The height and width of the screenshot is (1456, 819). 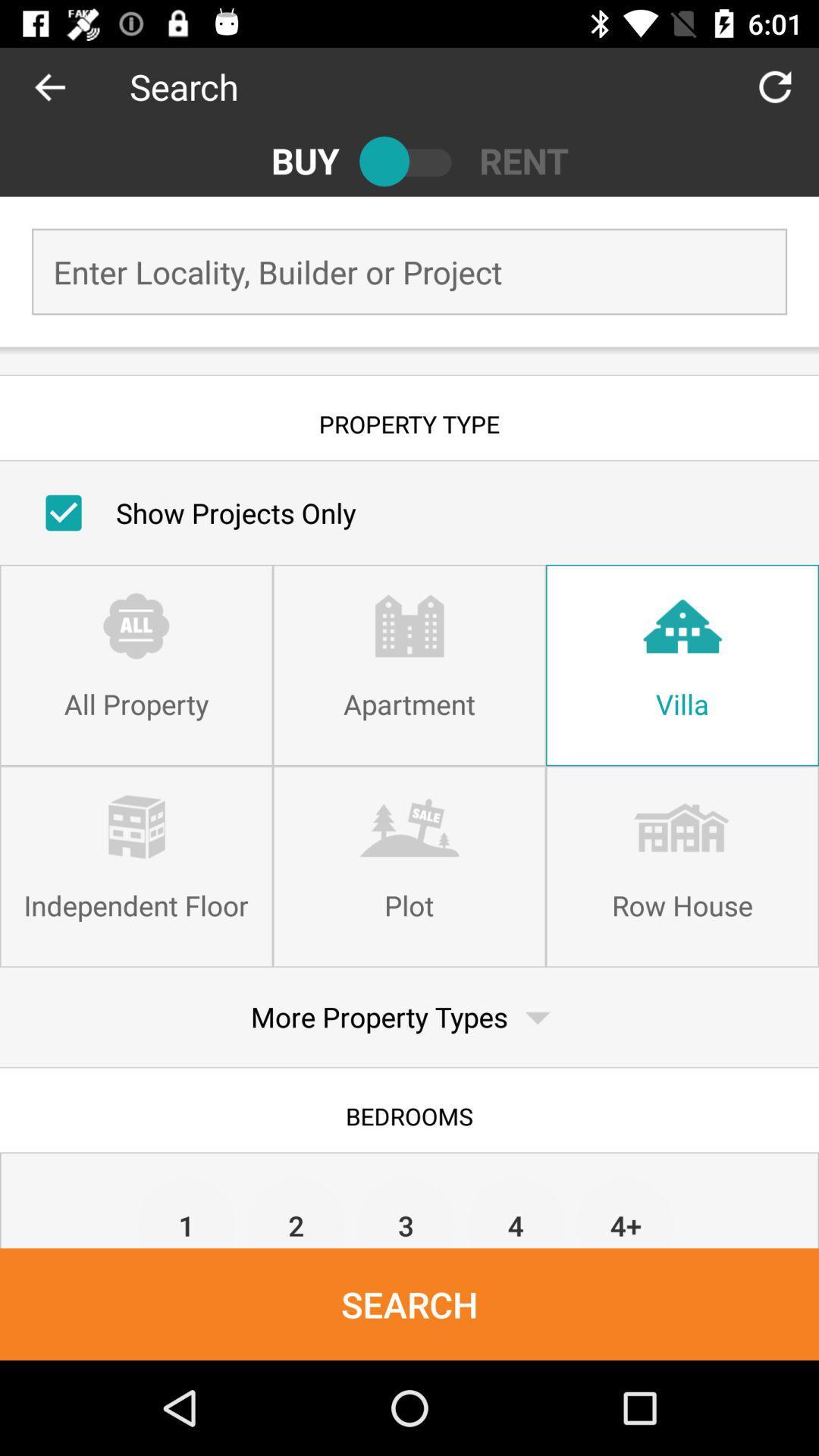 I want to click on locality builder or project, so click(x=409, y=271).